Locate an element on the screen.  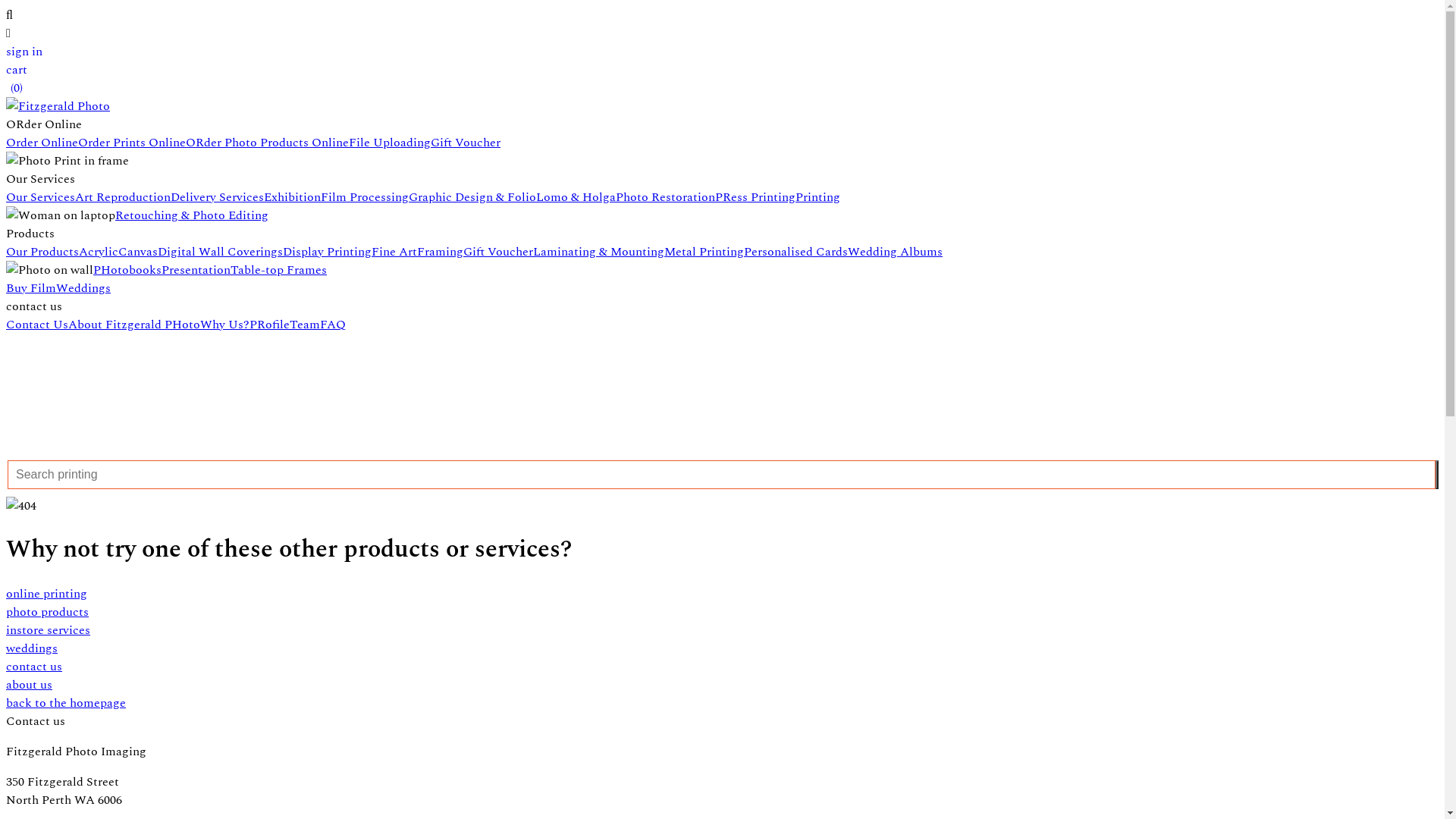
'File Uploading' is located at coordinates (389, 143).